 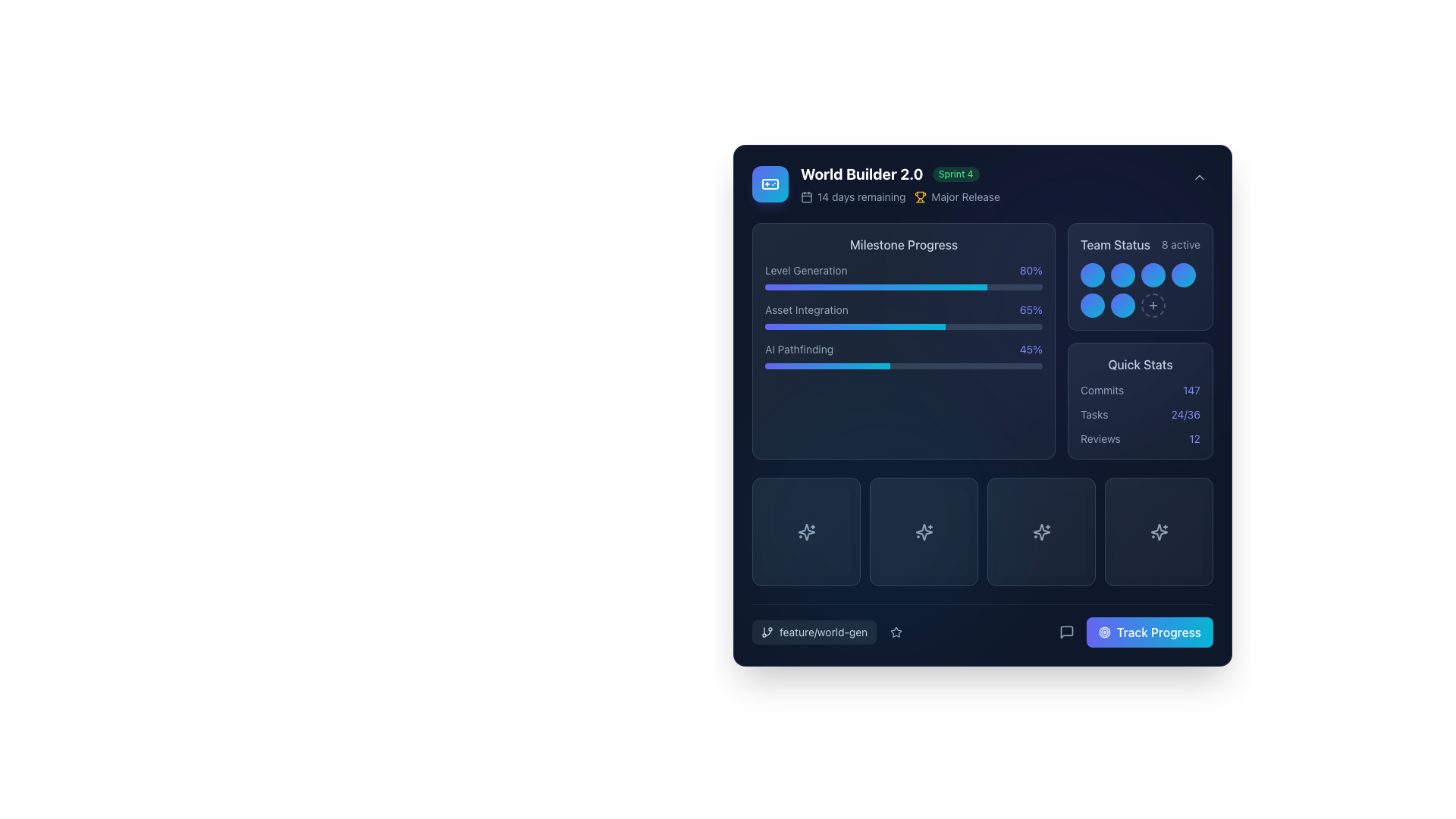 I want to click on the circular button with a dashed border and a plus icon located in the second row and third column of the grid, so click(x=1153, y=305).